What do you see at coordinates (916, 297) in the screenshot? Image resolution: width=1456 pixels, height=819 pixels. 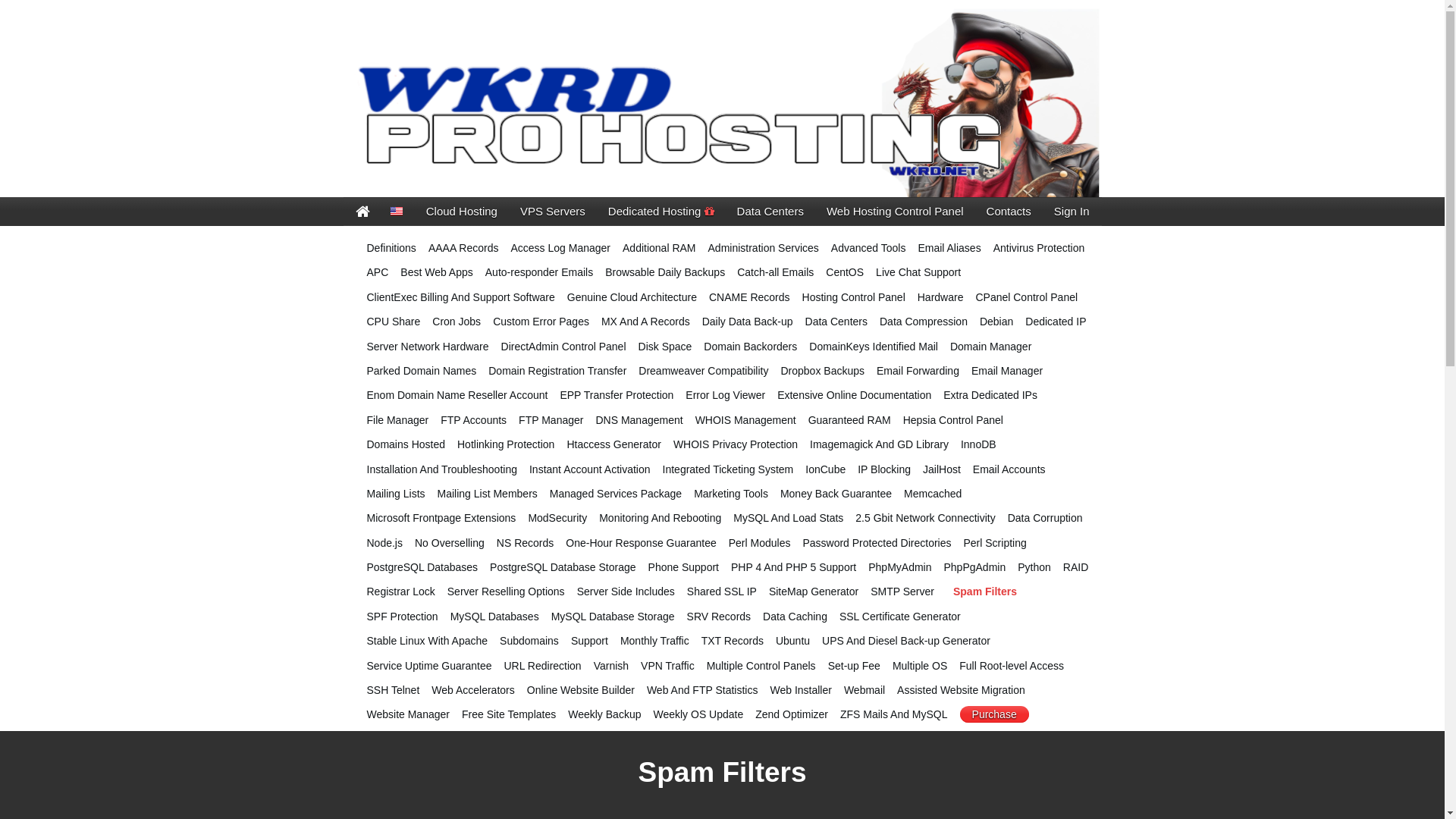 I see `'Hardware'` at bounding box center [916, 297].